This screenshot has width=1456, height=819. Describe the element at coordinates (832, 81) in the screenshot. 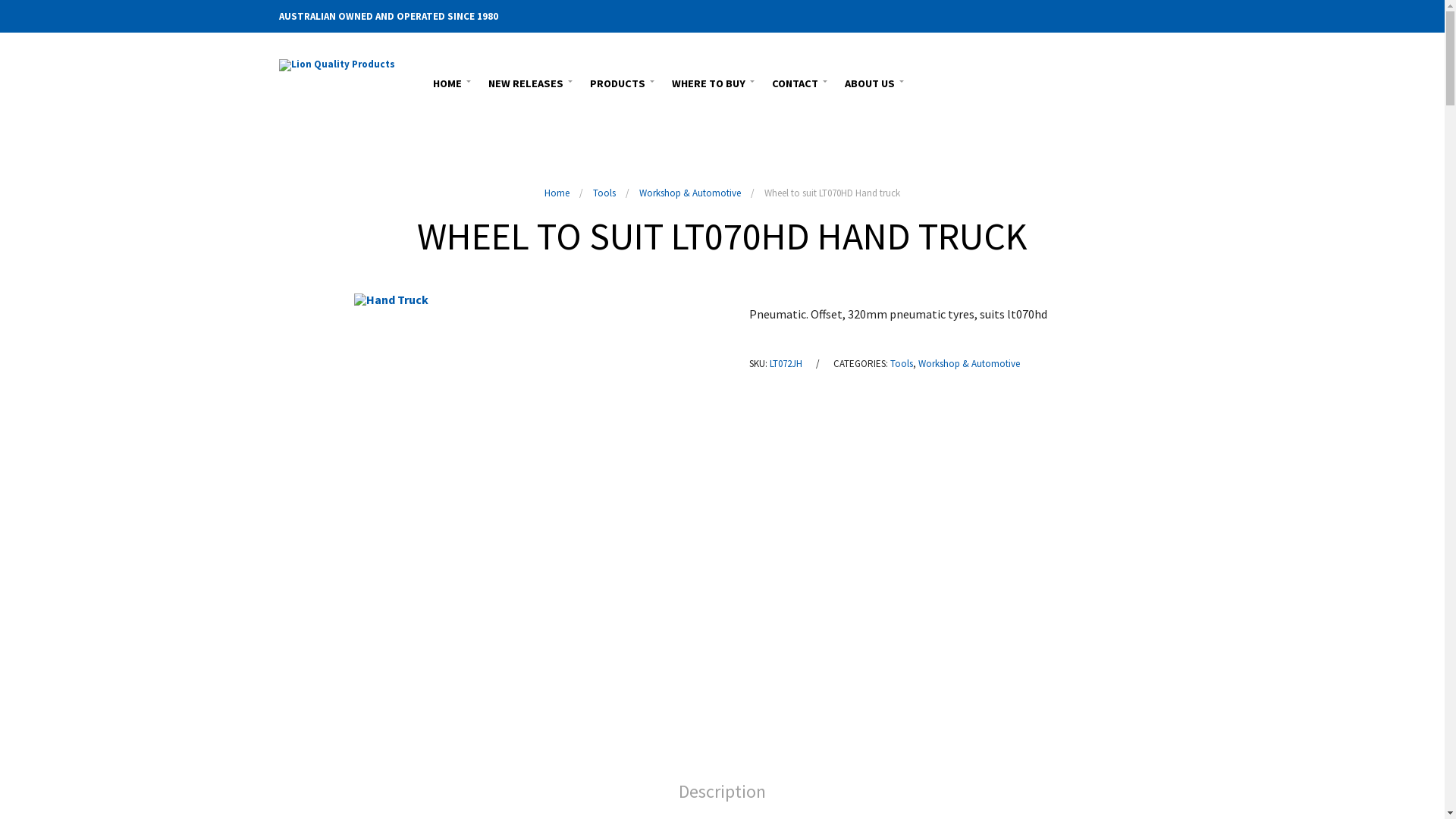

I see `'ABOUT US'` at that location.